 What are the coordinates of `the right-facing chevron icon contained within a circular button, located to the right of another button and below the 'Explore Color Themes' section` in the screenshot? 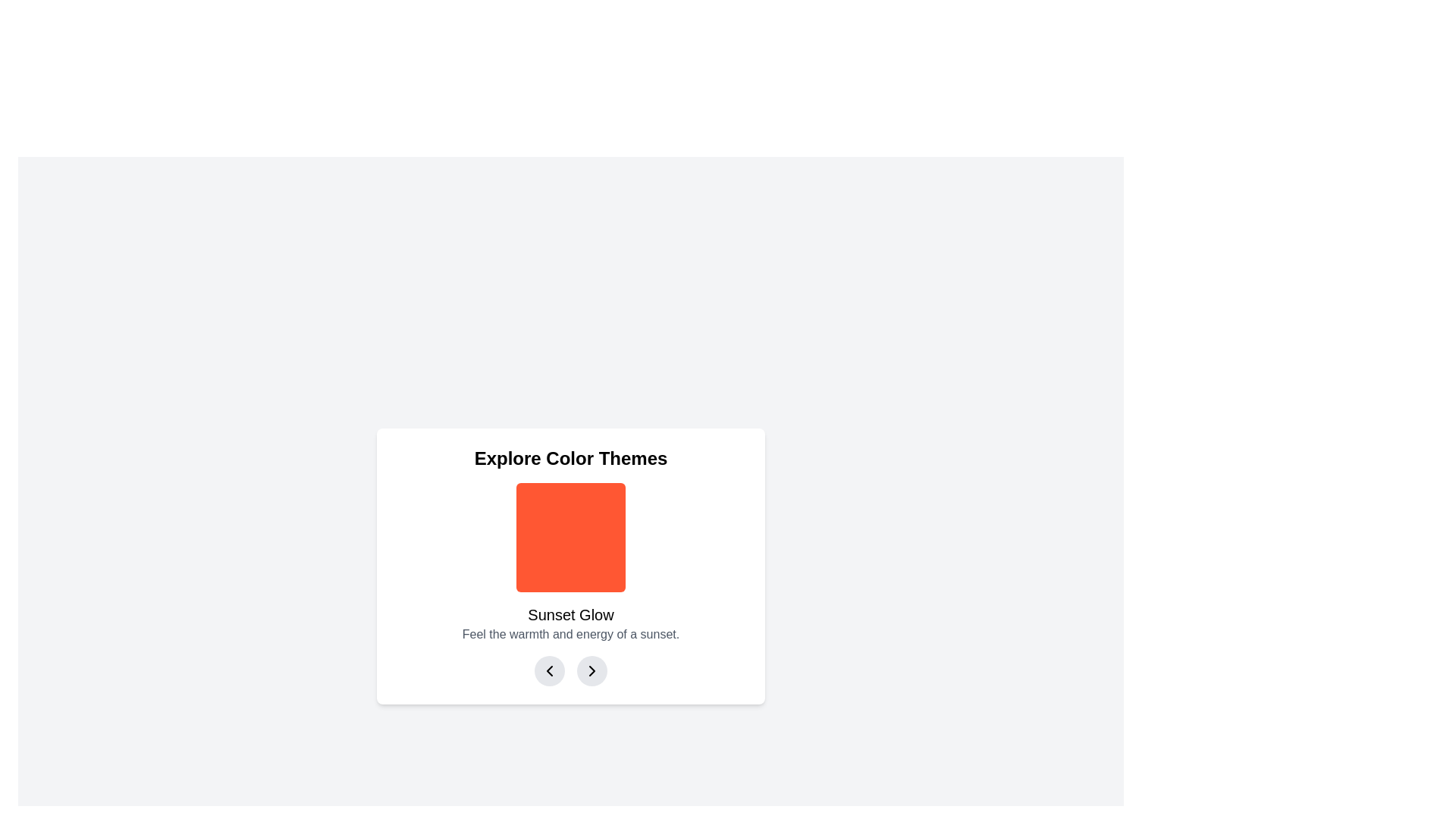 It's located at (591, 670).